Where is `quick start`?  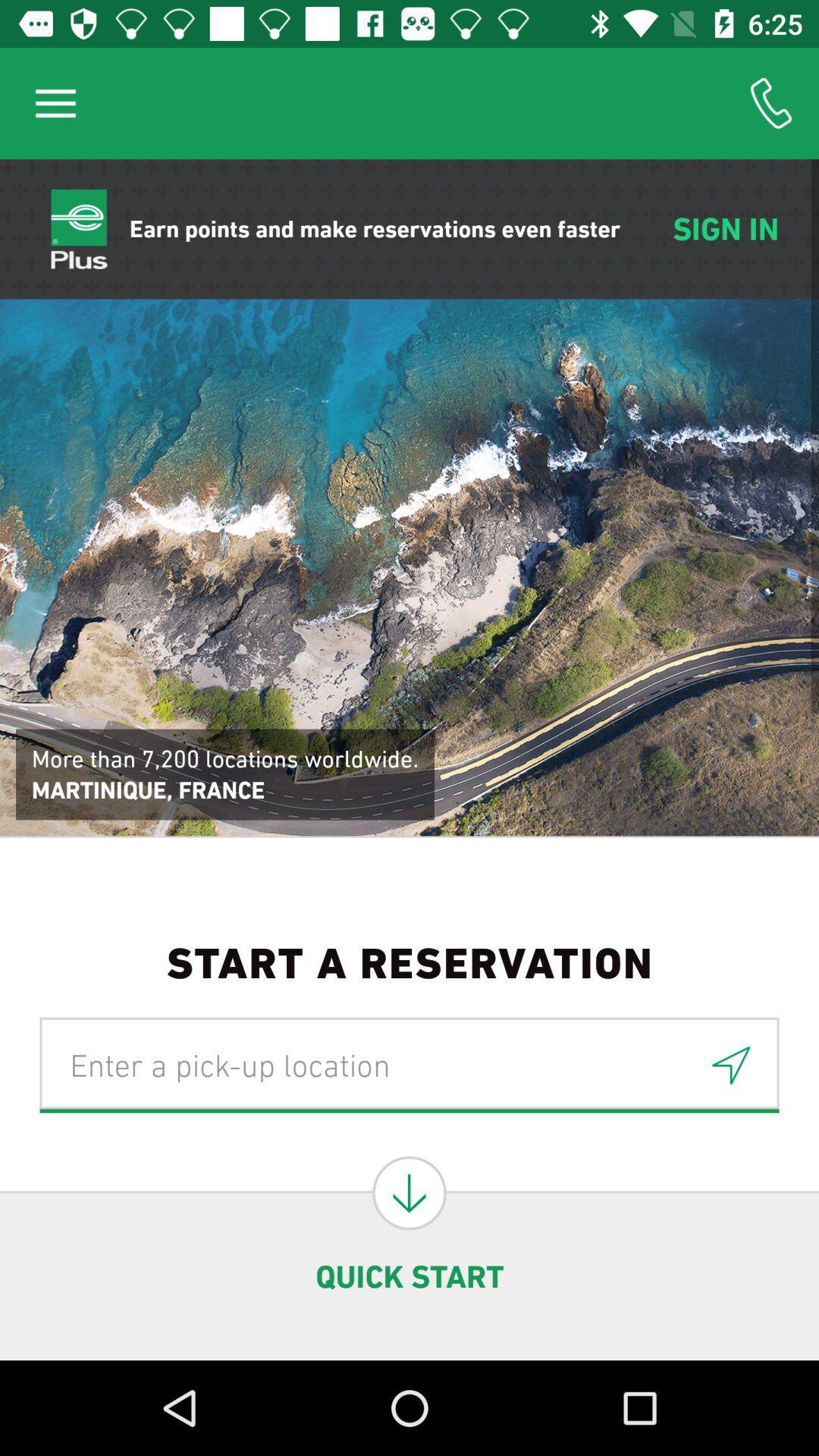 quick start is located at coordinates (409, 1192).